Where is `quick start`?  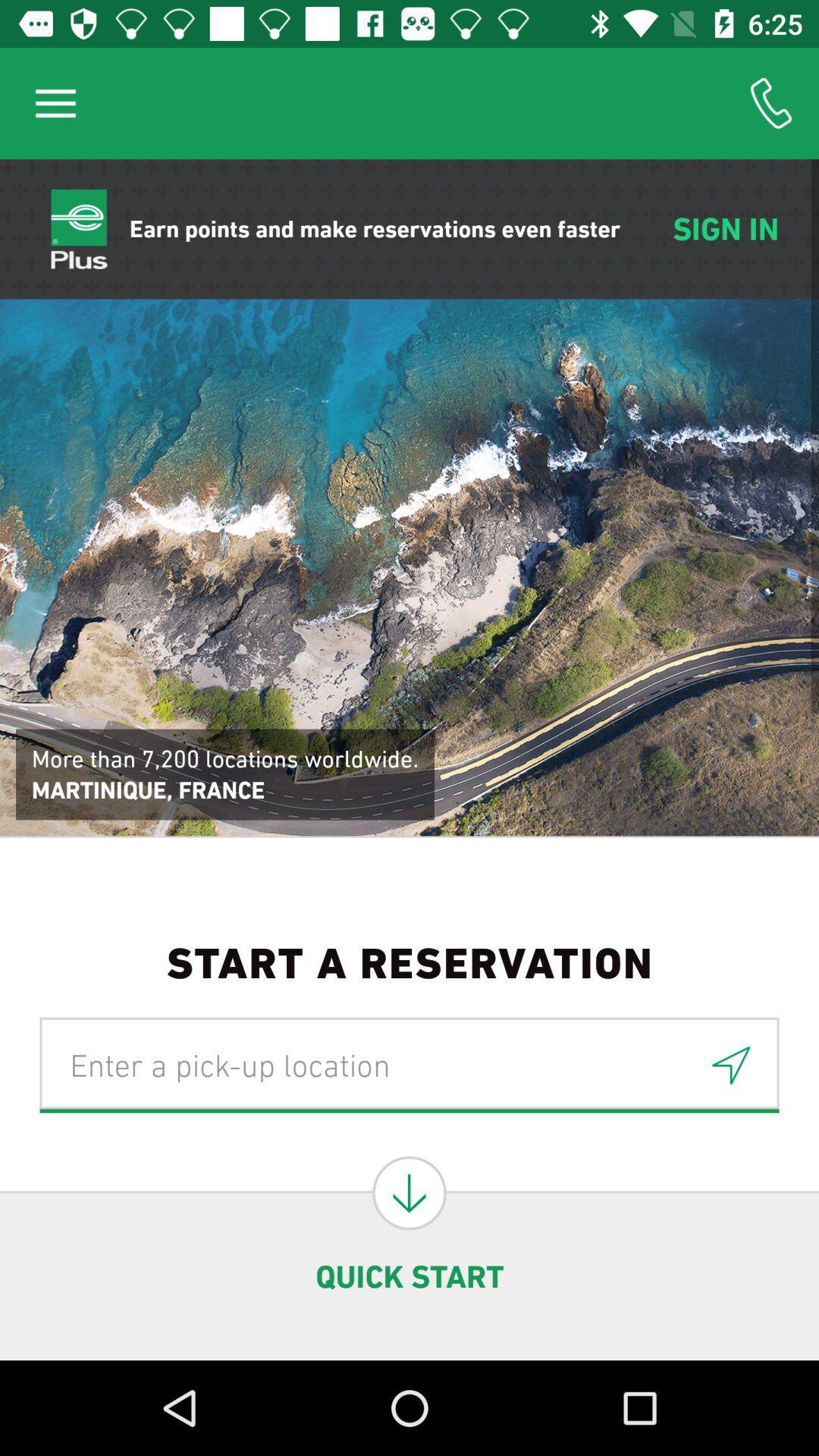 quick start is located at coordinates (409, 1192).